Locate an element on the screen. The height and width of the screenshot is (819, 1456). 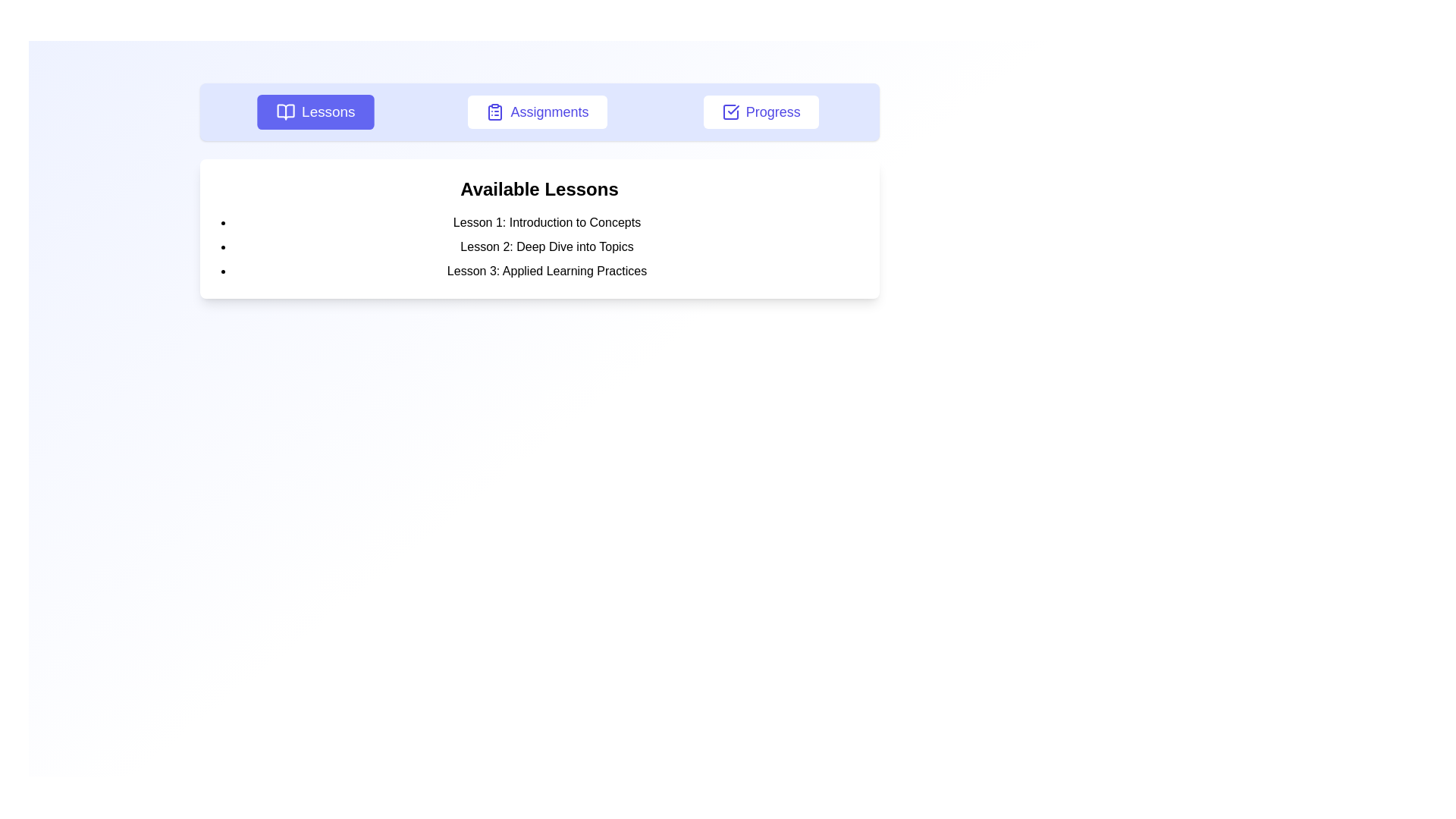
the checked status icon located within the 'Progress' button in the header area of the interface is located at coordinates (733, 109).